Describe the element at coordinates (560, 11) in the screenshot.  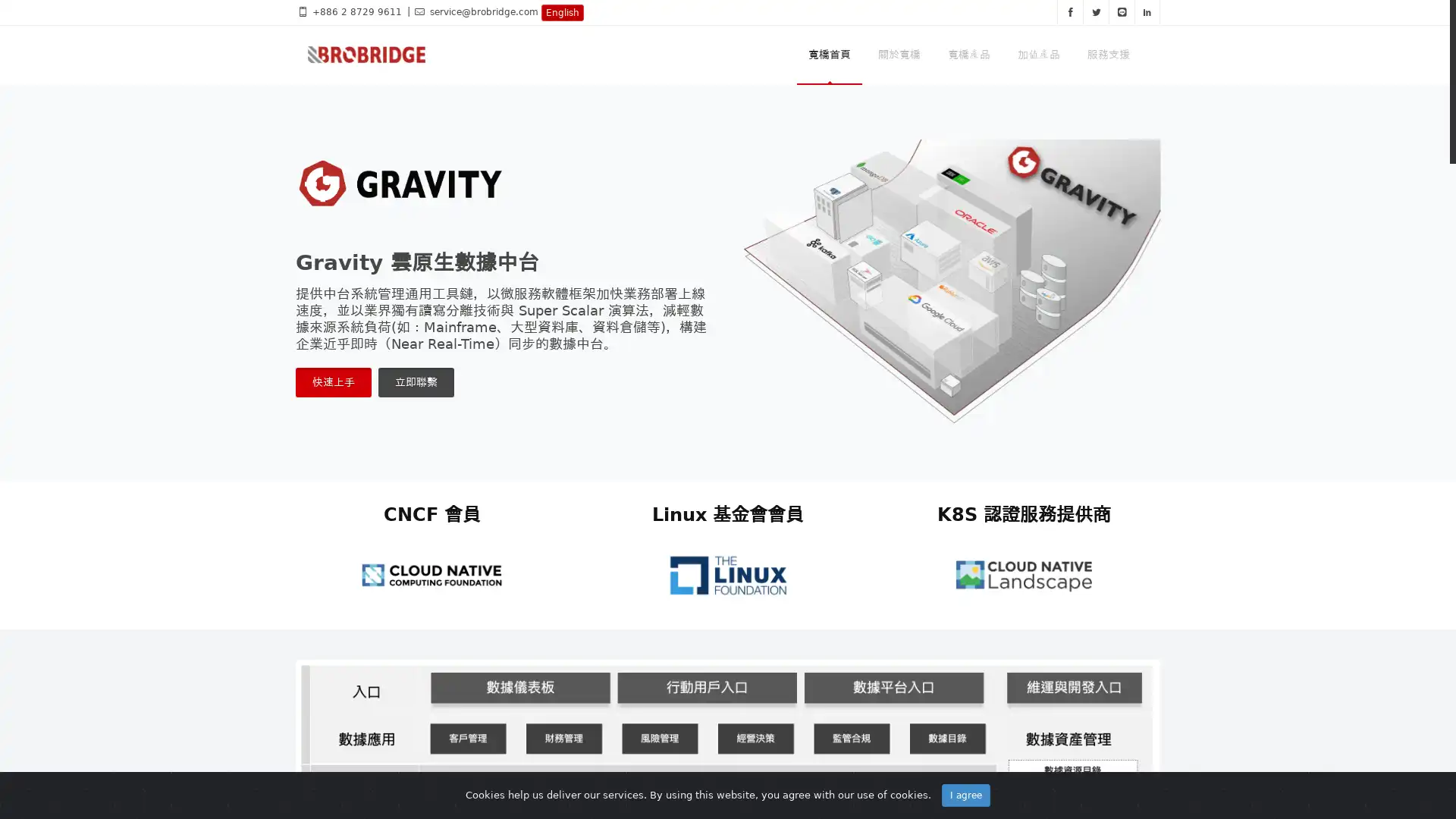
I see `English` at that location.